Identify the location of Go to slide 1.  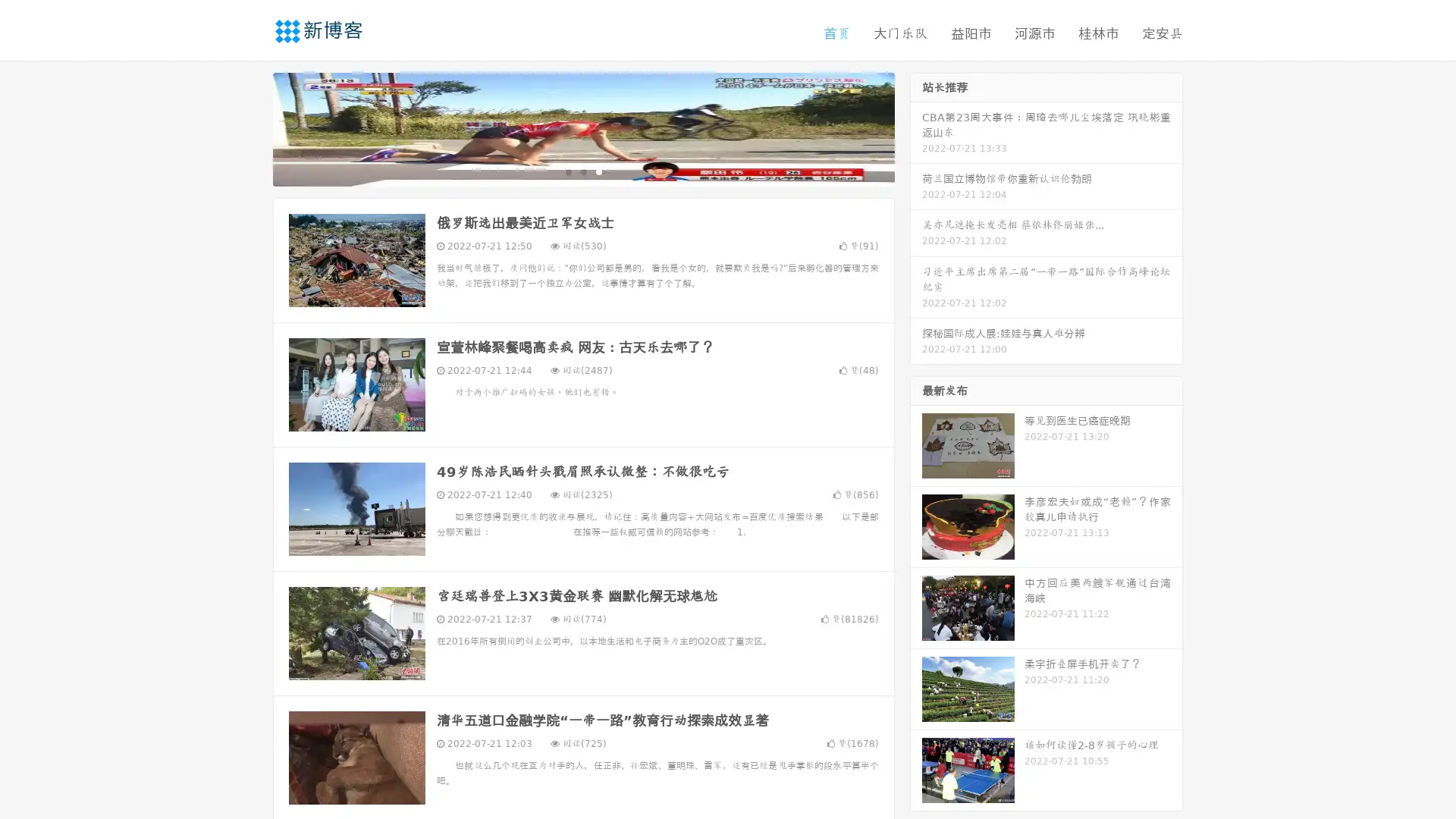
(567, 171).